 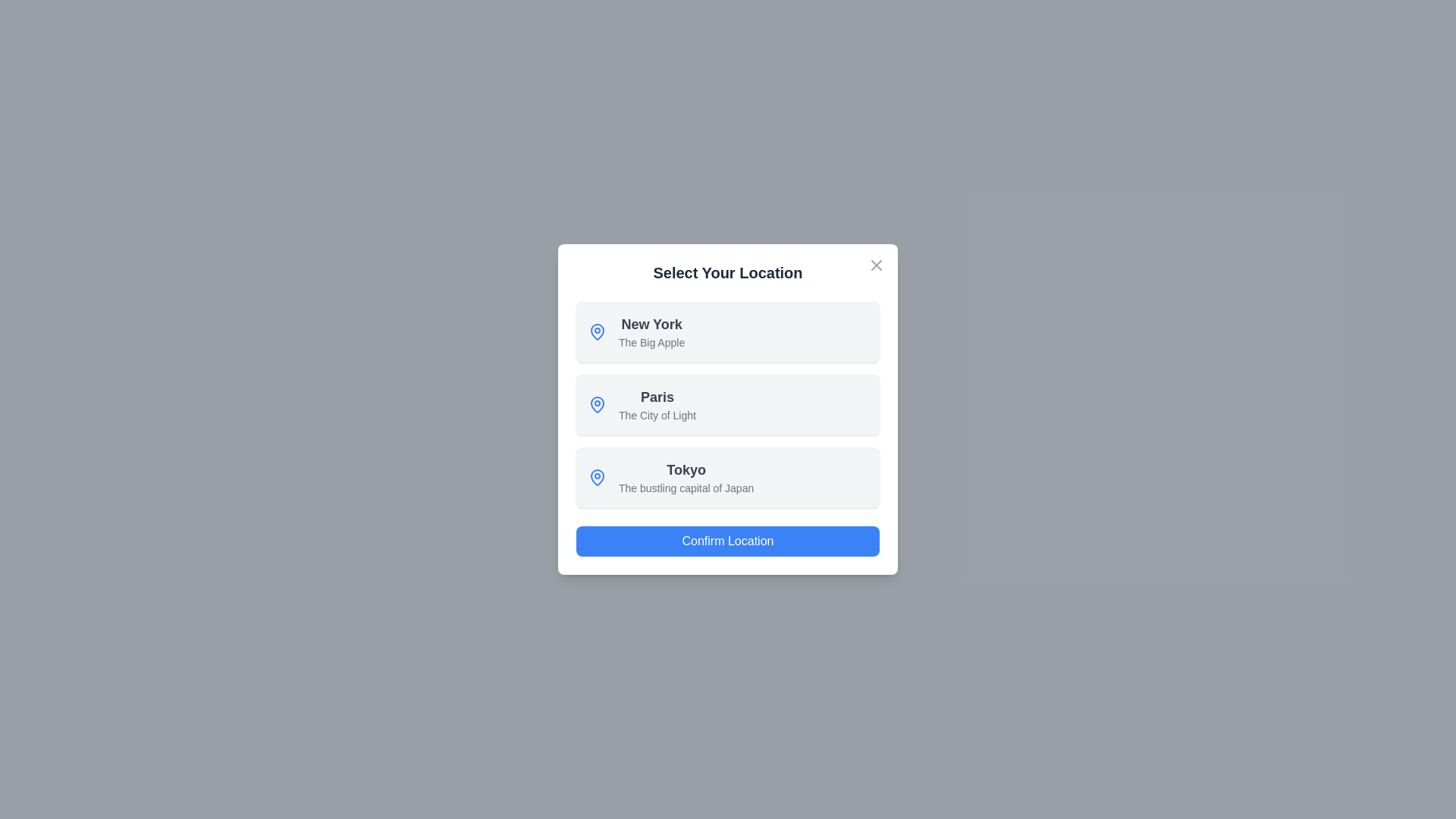 I want to click on the location item corresponding to New York, so click(x=728, y=331).